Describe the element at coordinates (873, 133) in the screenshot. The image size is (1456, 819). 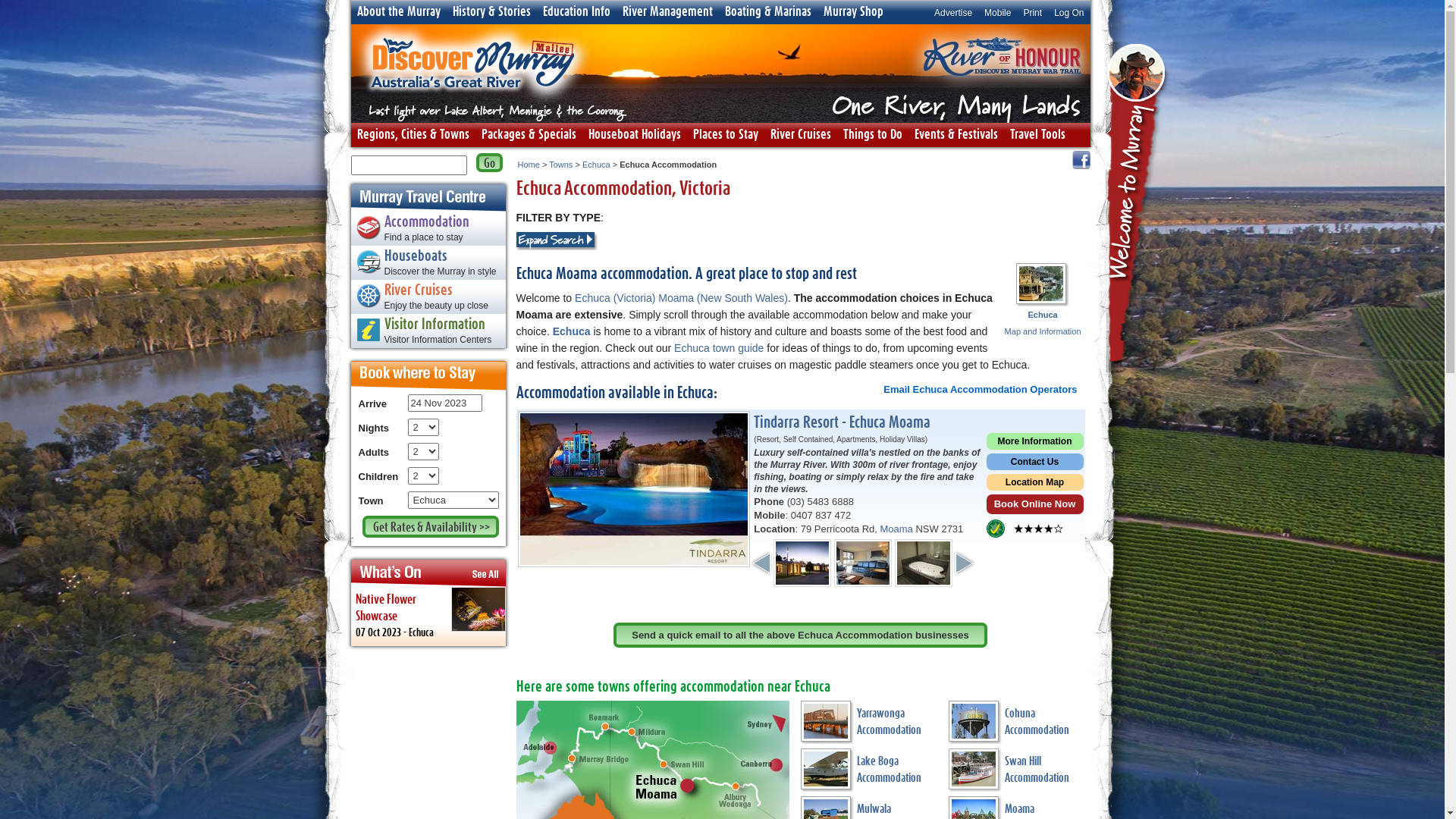
I see `'Things to Do'` at that location.